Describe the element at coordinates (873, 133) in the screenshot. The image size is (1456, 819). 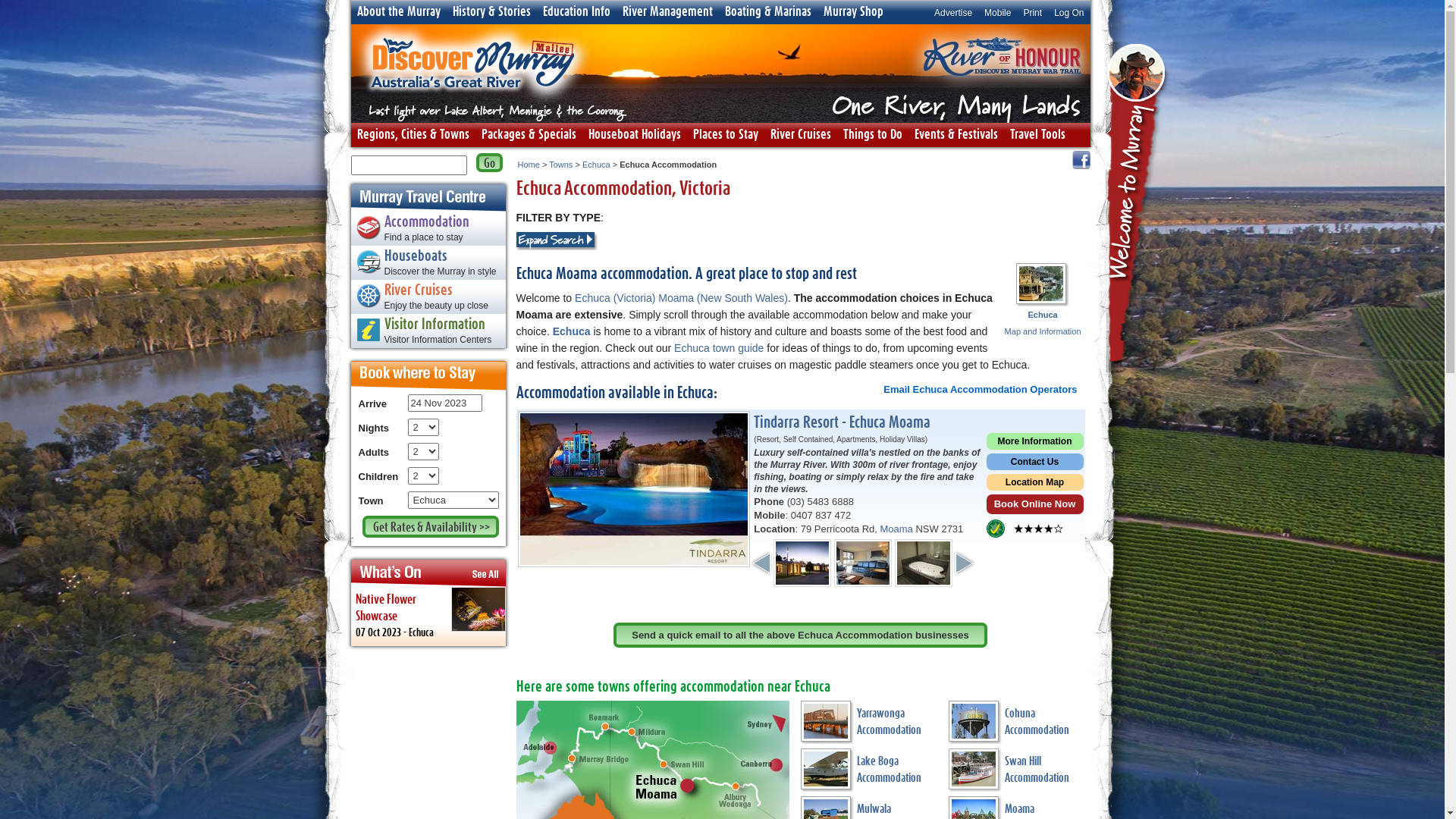
I see `'Things to Do'` at that location.